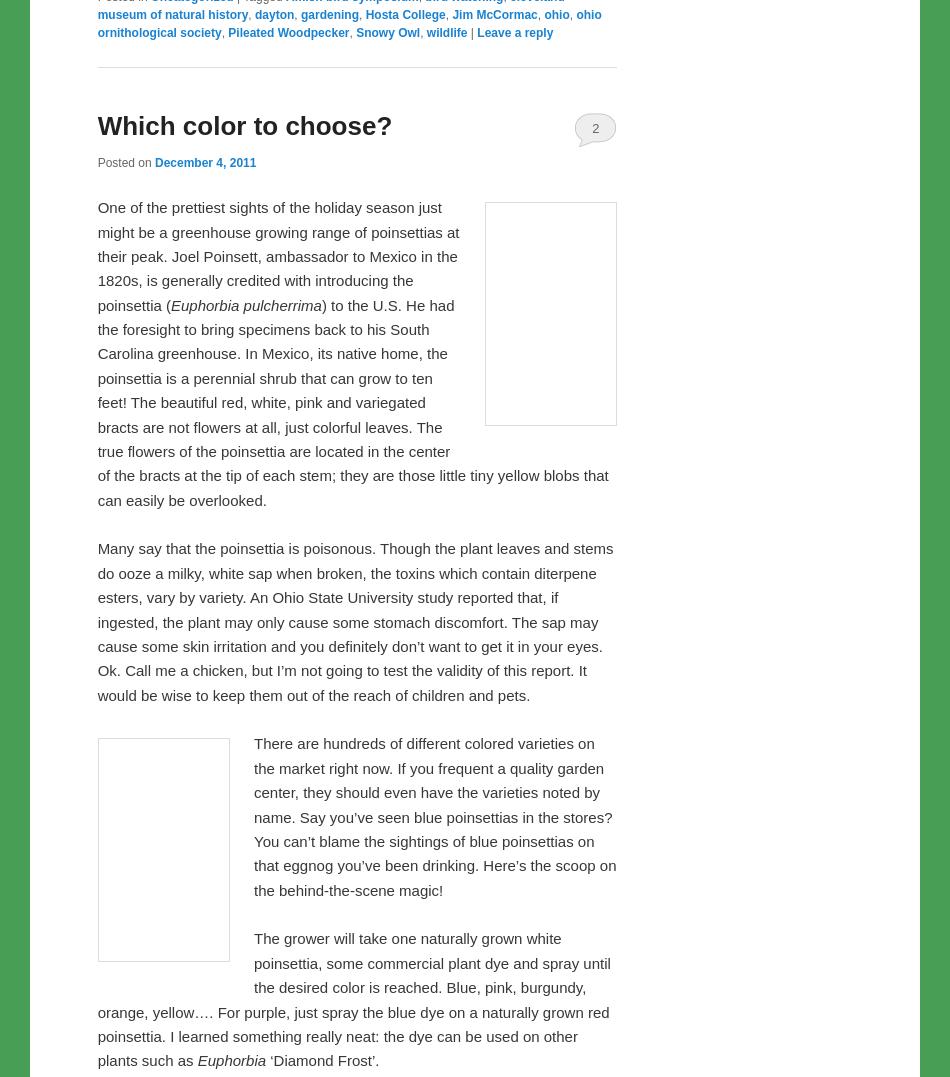 The width and height of the screenshot is (950, 1077). I want to click on 'Posted on', so click(125, 580).